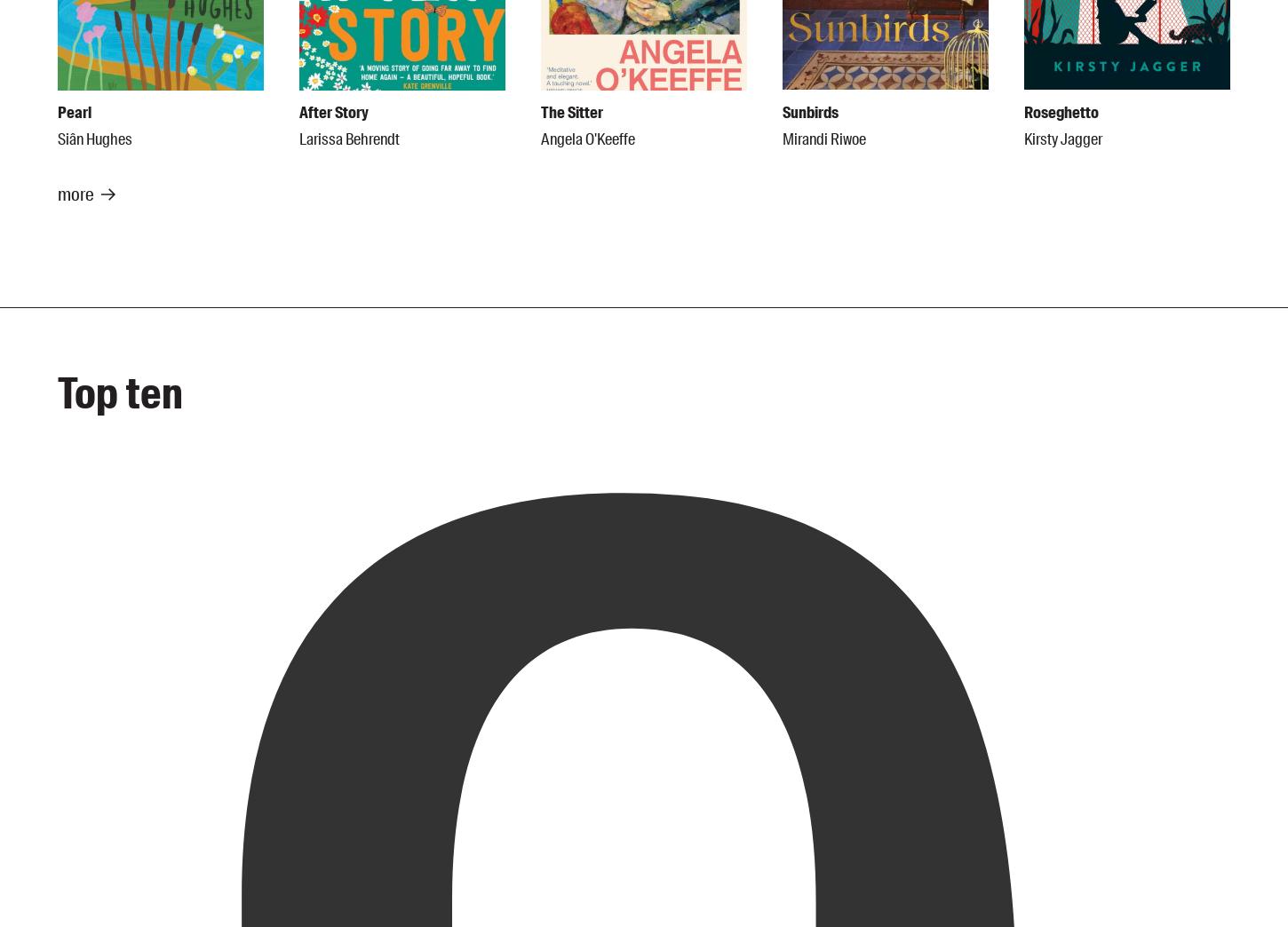 This screenshot has width=1288, height=927. I want to click on 'more', so click(76, 194).